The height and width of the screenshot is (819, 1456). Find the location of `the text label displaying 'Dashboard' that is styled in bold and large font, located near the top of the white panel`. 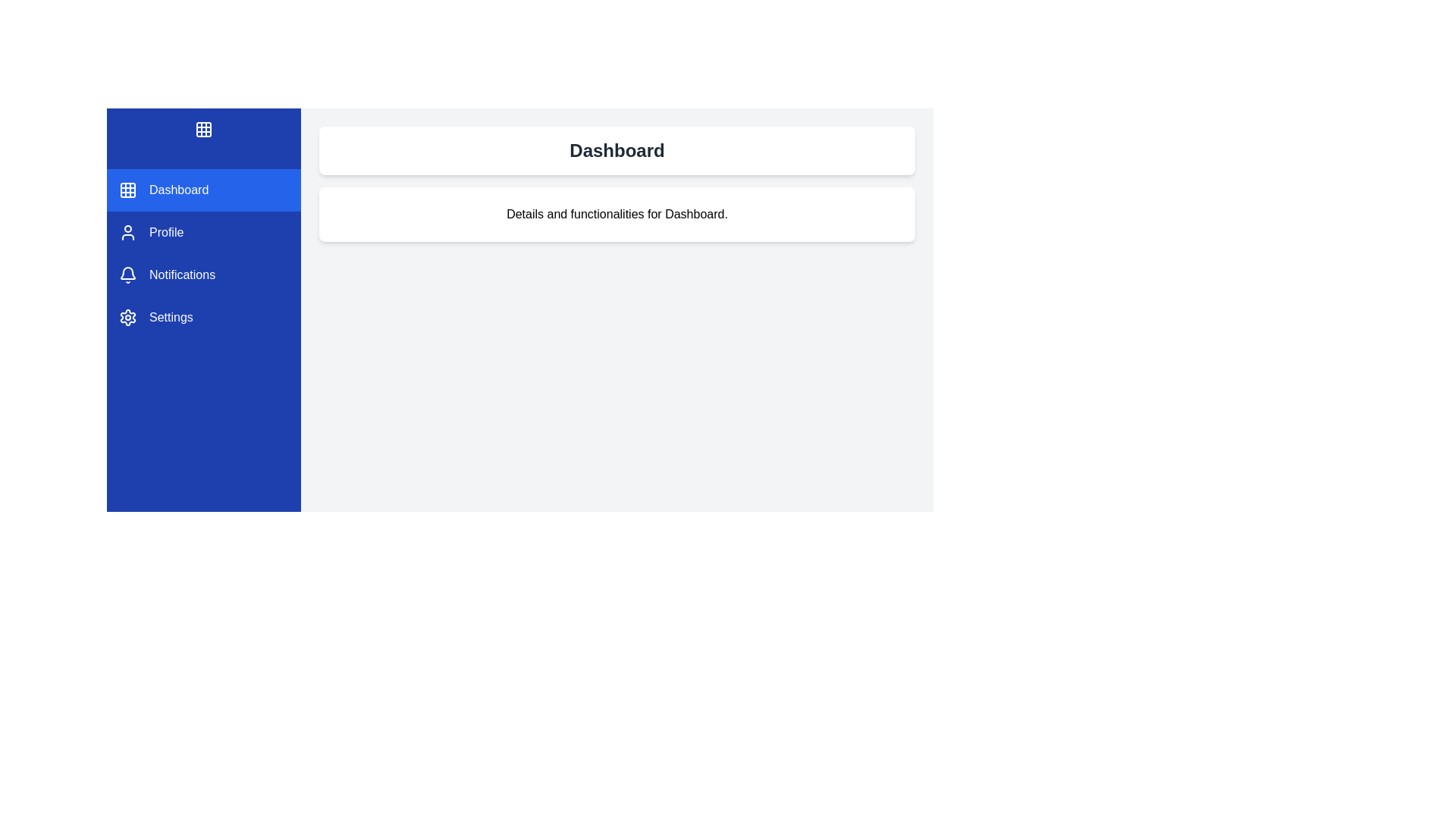

the text label displaying 'Dashboard' that is styled in bold and large font, located near the top of the white panel is located at coordinates (617, 151).